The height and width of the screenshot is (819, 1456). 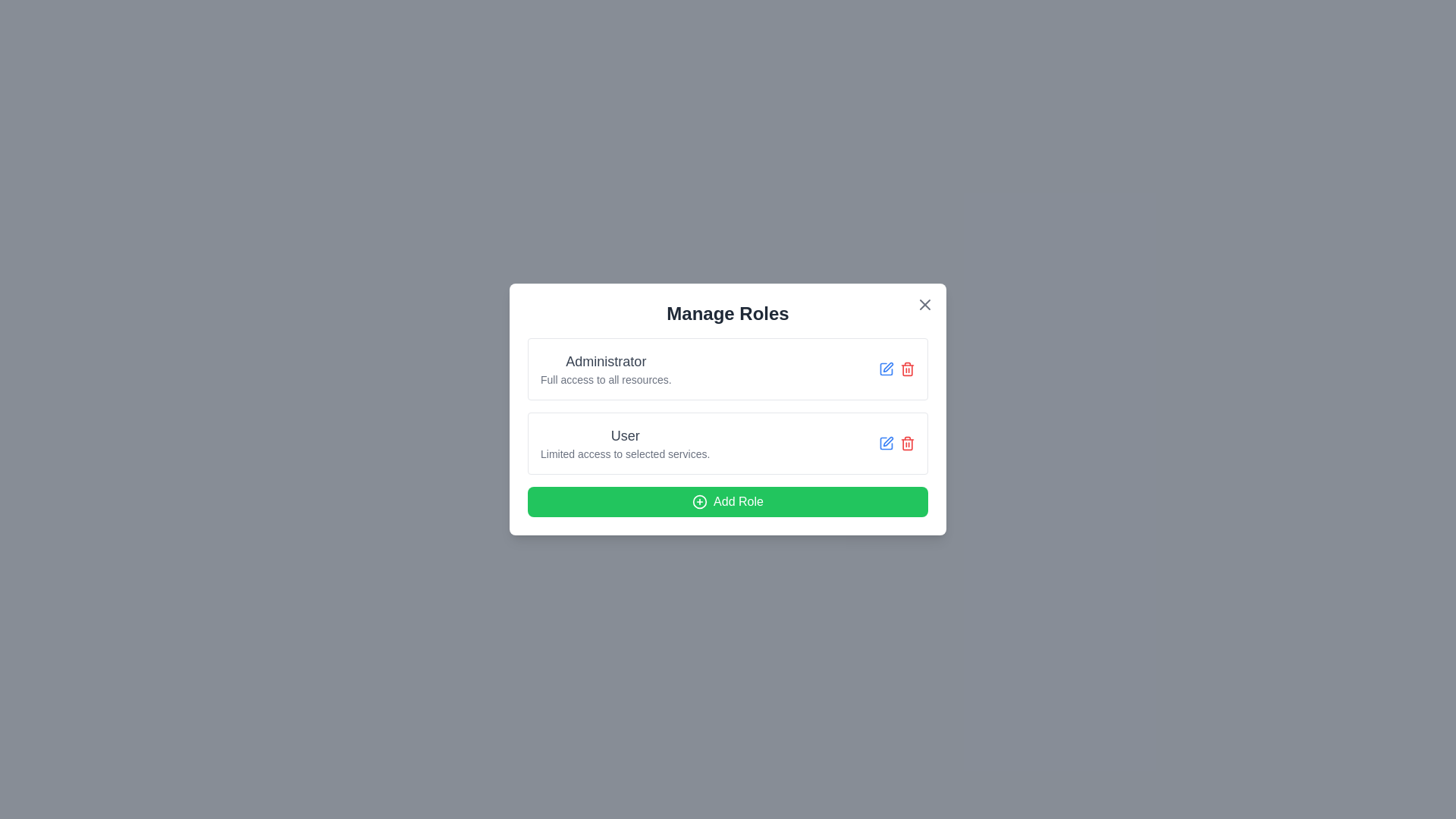 What do you see at coordinates (924, 304) in the screenshot?
I see `the 'X' icon button in the top-right corner of the dialog box to change its color from gray to red` at bounding box center [924, 304].